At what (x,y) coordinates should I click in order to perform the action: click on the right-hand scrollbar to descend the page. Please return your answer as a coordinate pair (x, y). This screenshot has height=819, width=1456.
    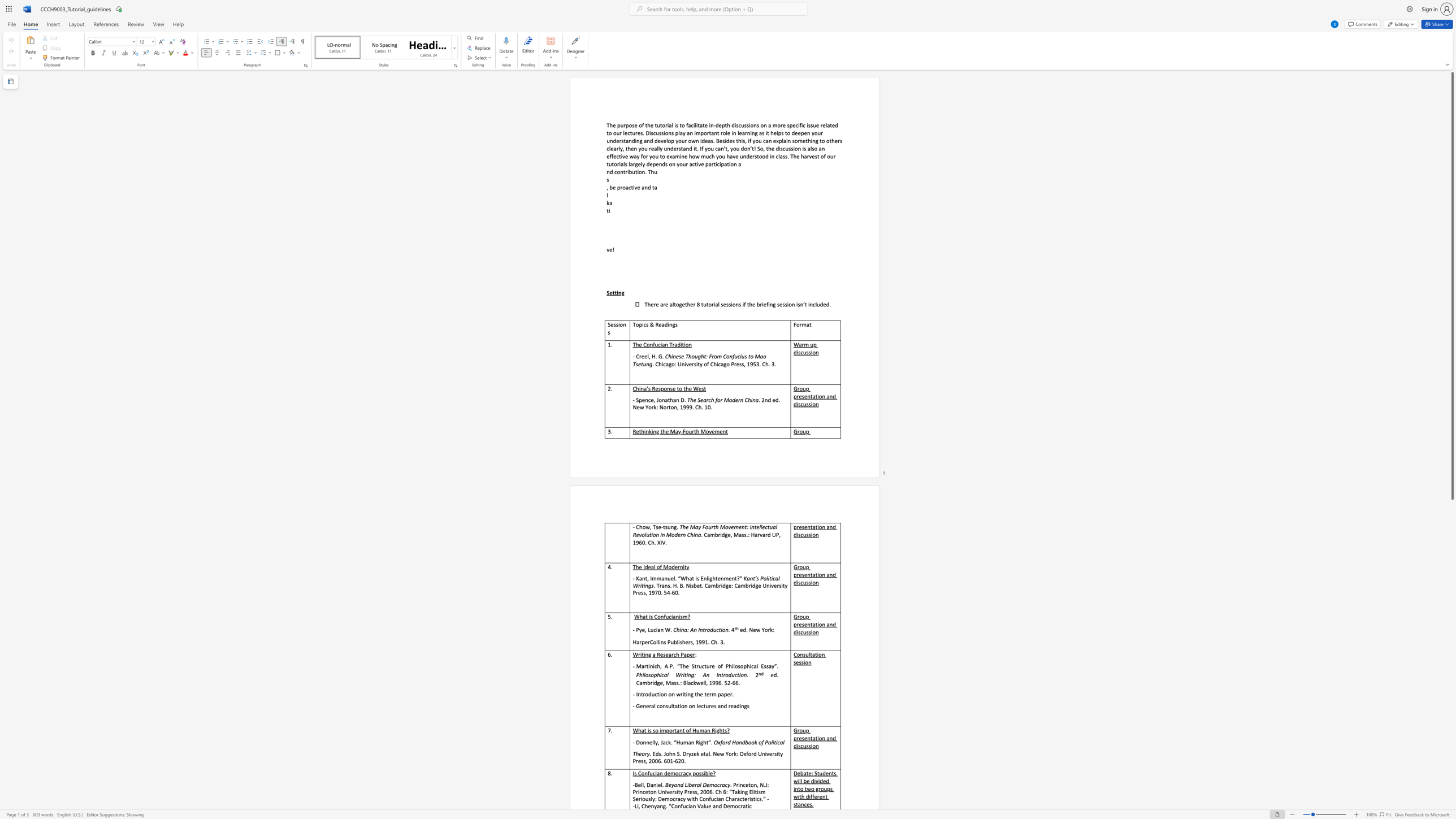
    Looking at the image, I should click on (1451, 686).